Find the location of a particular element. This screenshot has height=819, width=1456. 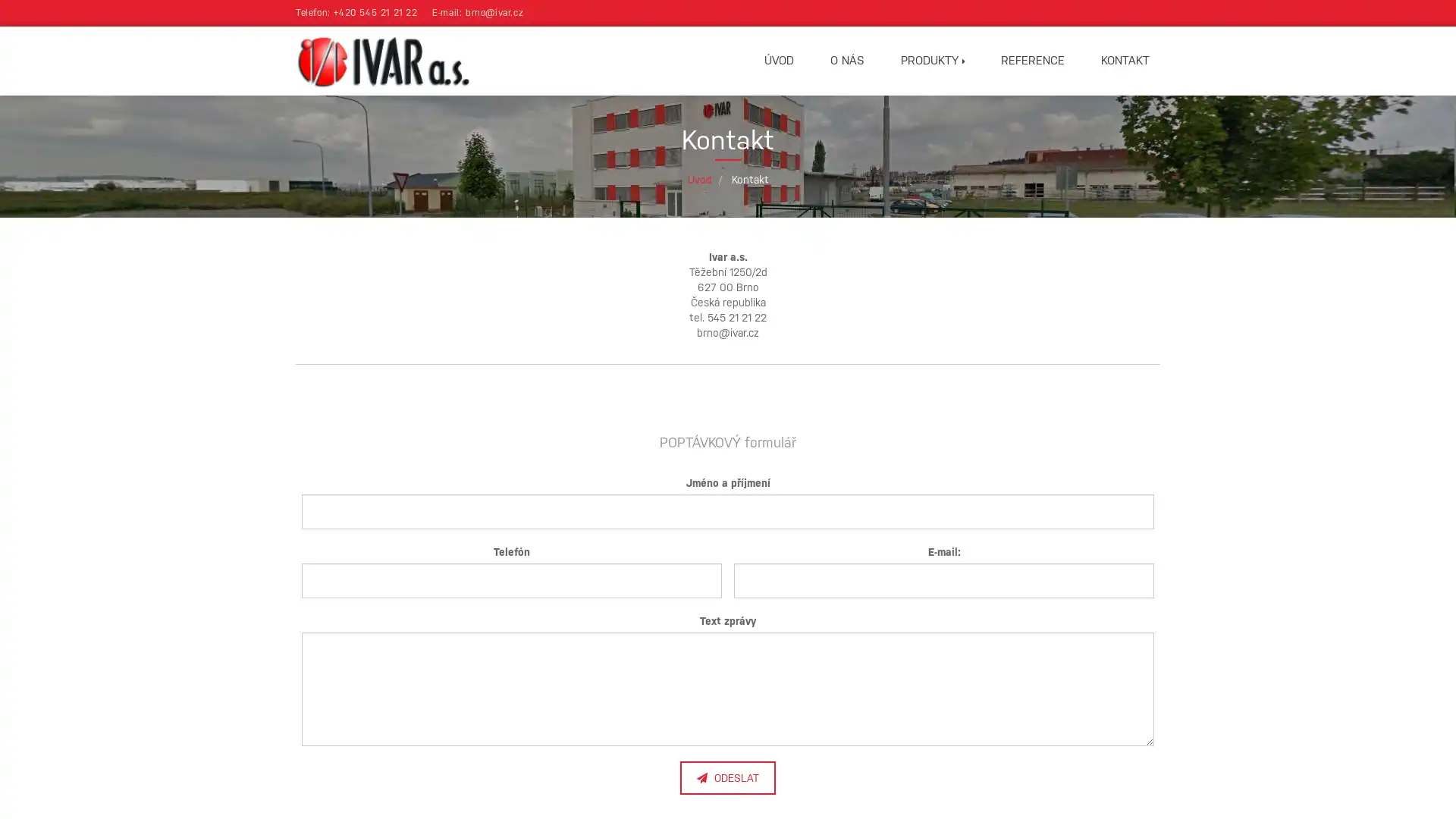

ODESLAT is located at coordinates (728, 777).